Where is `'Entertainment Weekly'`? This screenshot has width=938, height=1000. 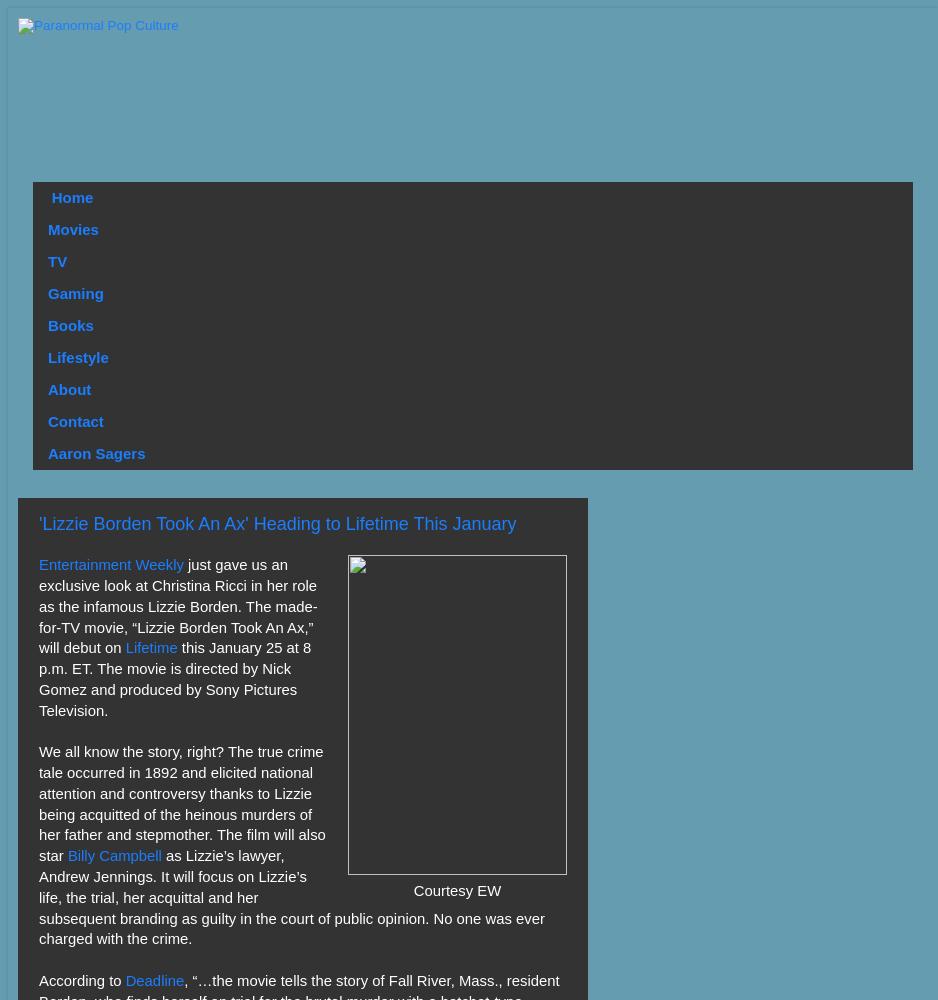 'Entertainment Weekly' is located at coordinates (109, 564).